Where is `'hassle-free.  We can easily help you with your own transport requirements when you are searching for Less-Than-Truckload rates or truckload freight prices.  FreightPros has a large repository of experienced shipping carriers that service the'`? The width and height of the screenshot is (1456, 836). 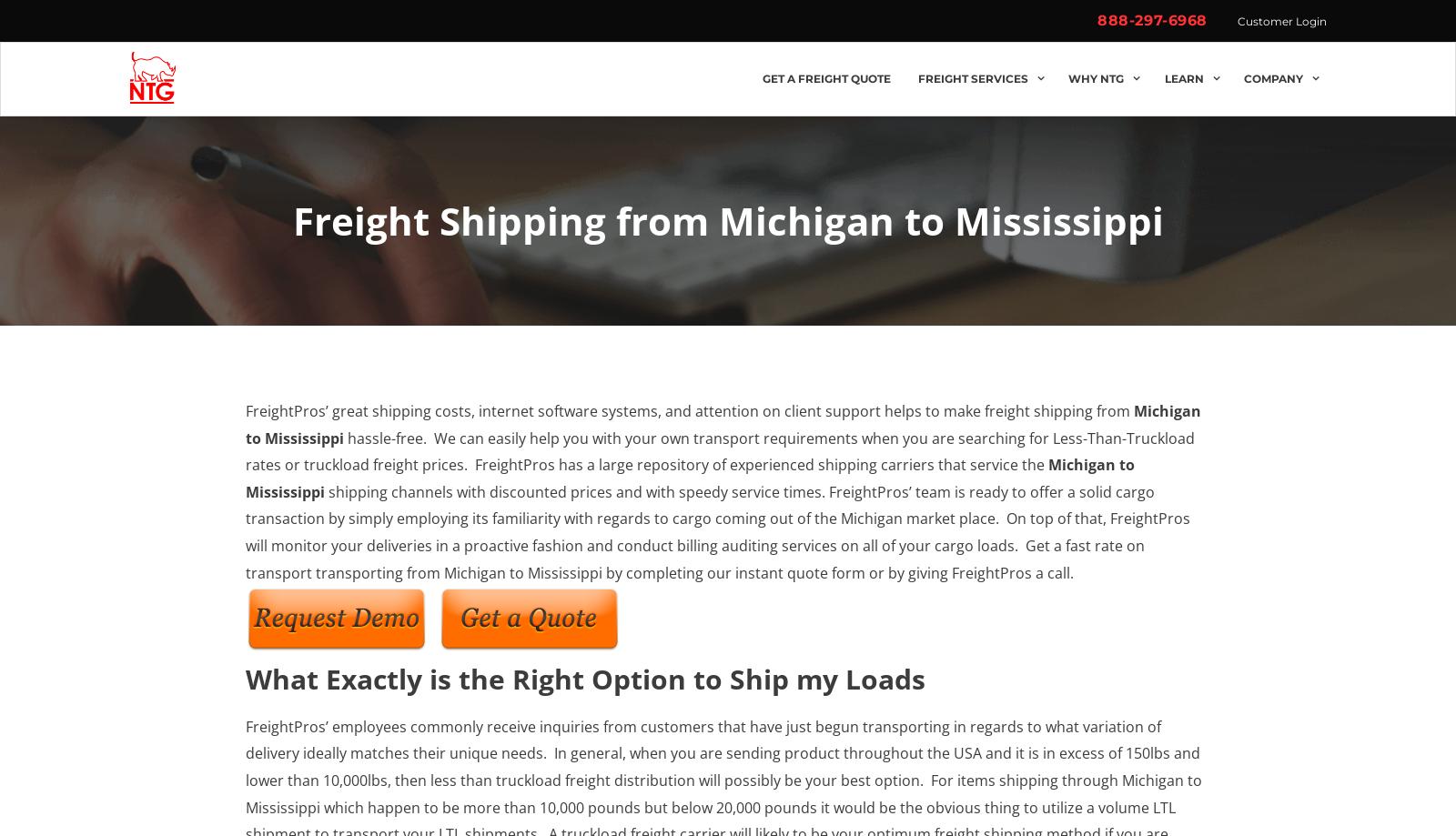
'hassle-free.  We can easily help you with your own transport requirements when you are searching for Less-Than-Truckload rates or truckload freight prices.  FreightPros has a large repository of experienced shipping carriers that service the' is located at coordinates (720, 449).